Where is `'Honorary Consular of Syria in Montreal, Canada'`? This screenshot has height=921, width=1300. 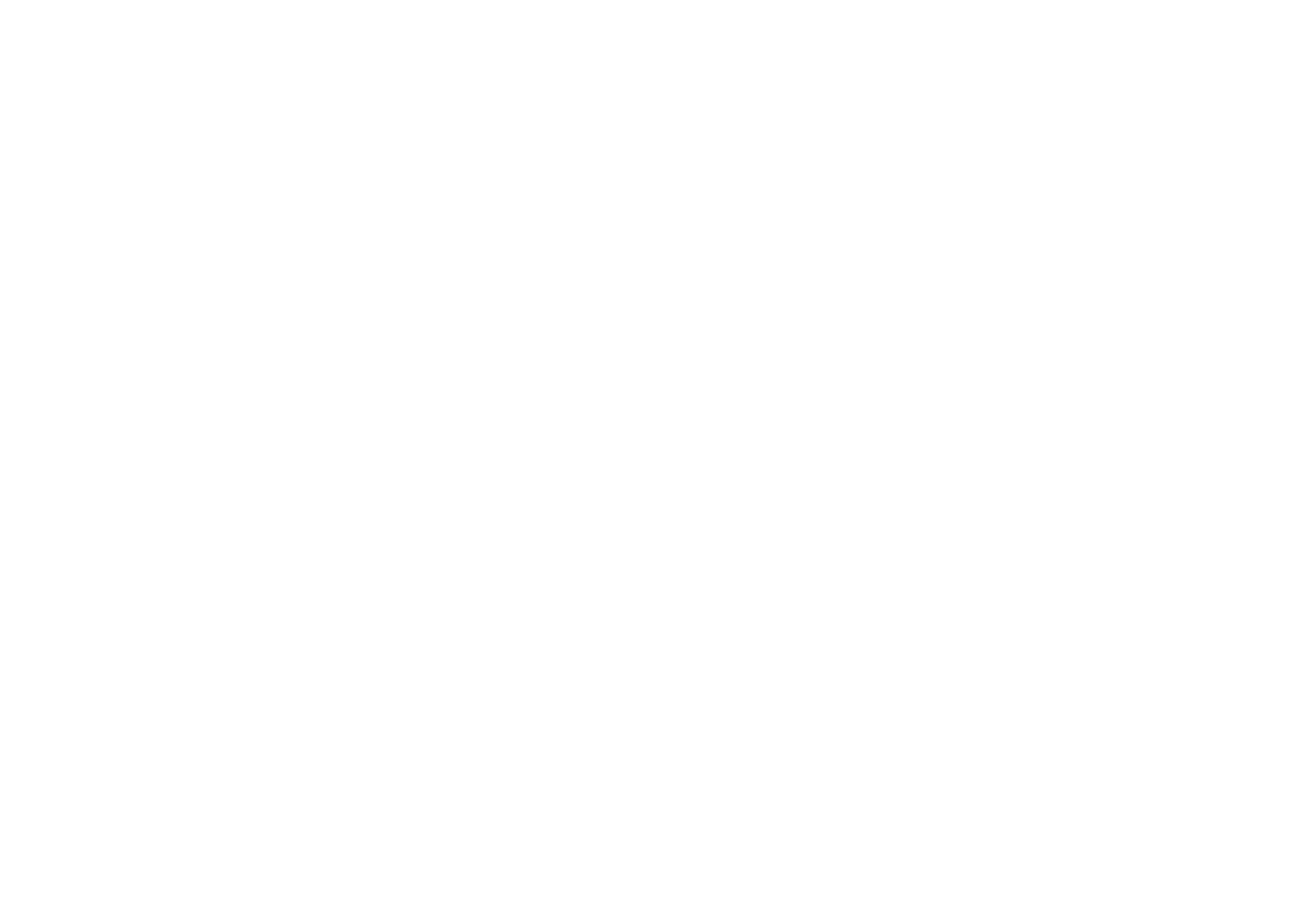
'Honorary Consular of Syria in Montreal, Canada' is located at coordinates (374, 60).